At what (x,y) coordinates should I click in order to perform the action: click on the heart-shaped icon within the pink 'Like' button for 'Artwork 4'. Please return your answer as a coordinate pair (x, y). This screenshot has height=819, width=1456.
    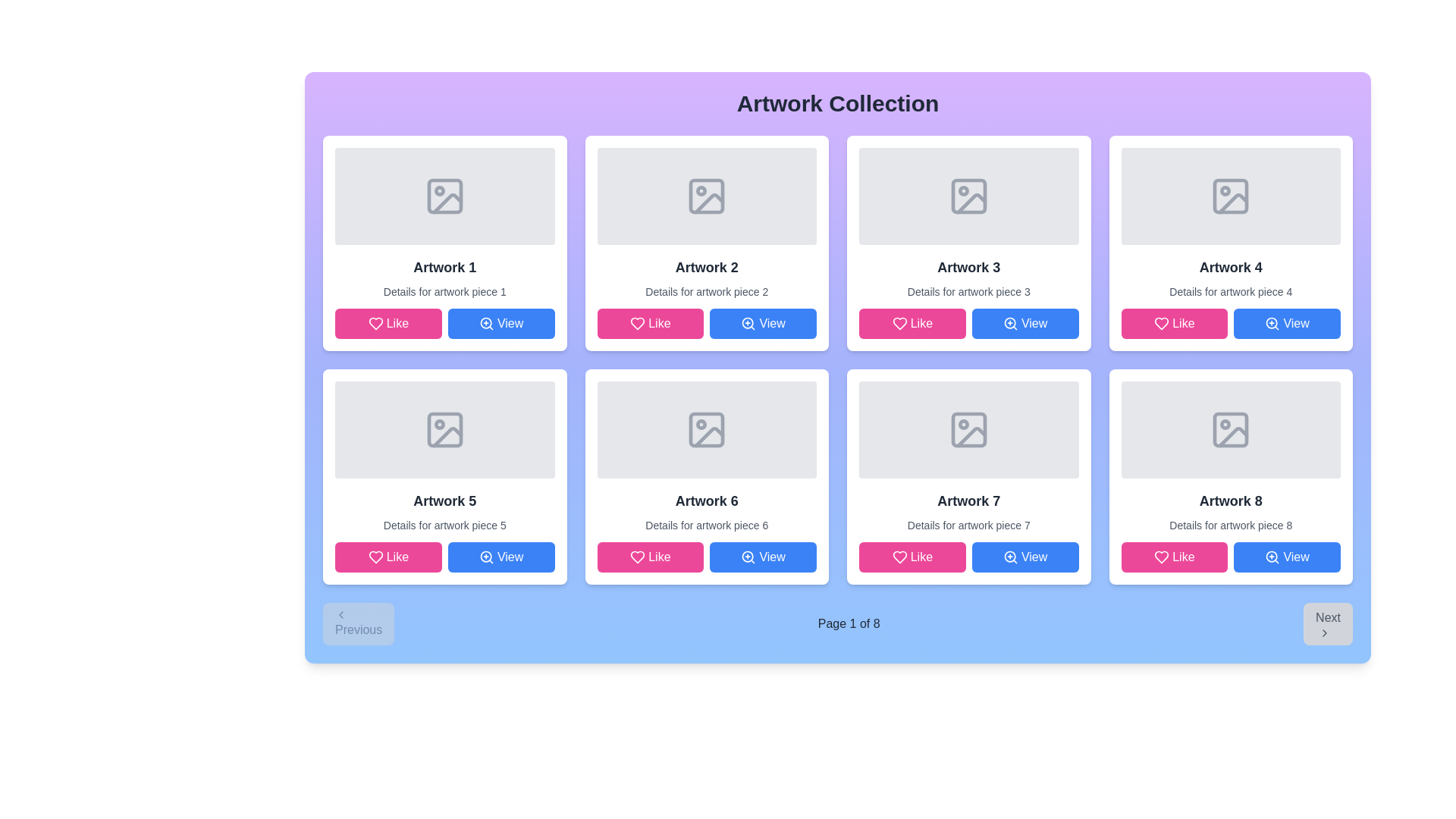
    Looking at the image, I should click on (1161, 323).